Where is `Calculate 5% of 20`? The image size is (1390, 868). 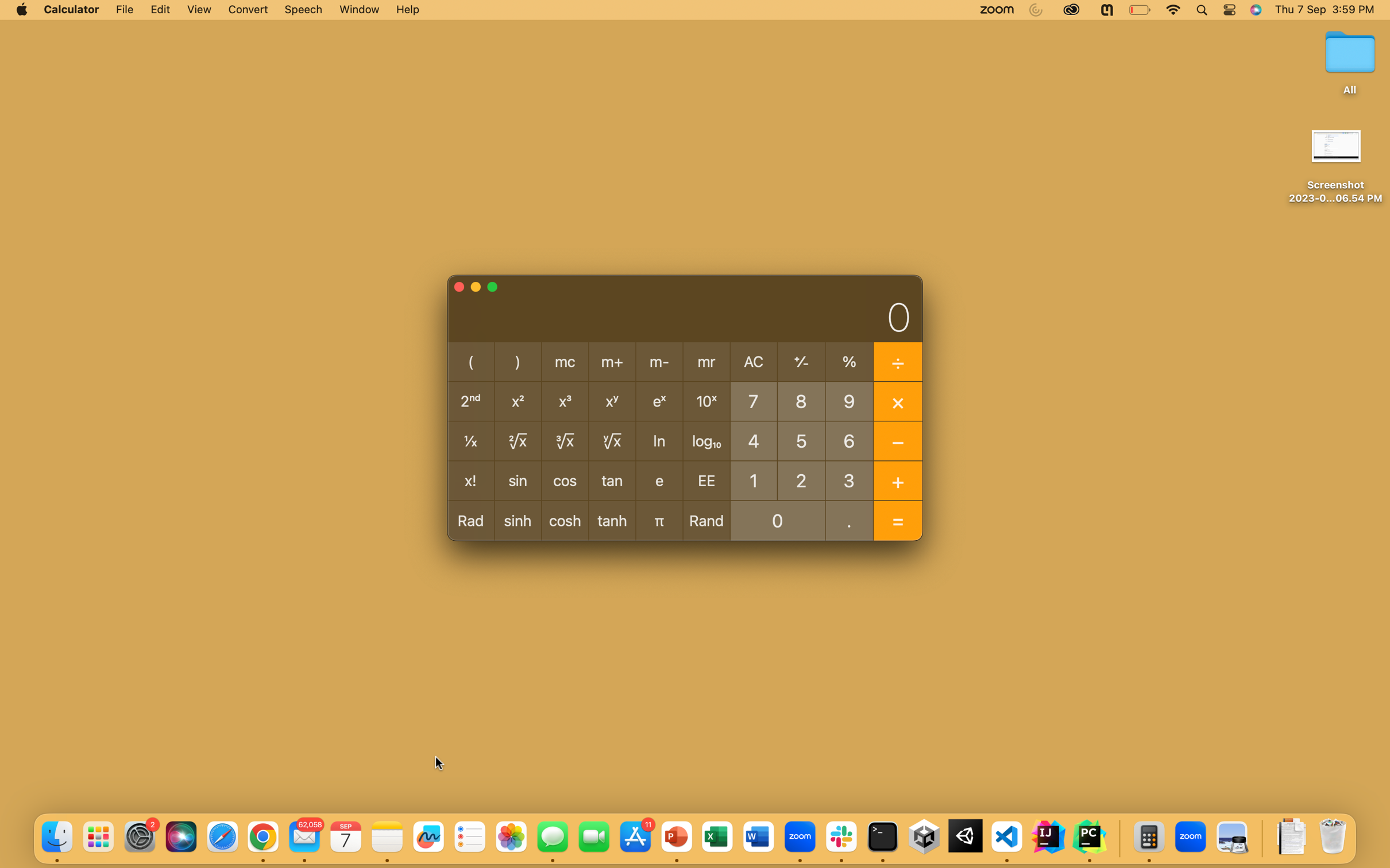 Calculate 5% of 20 is located at coordinates (801, 439).